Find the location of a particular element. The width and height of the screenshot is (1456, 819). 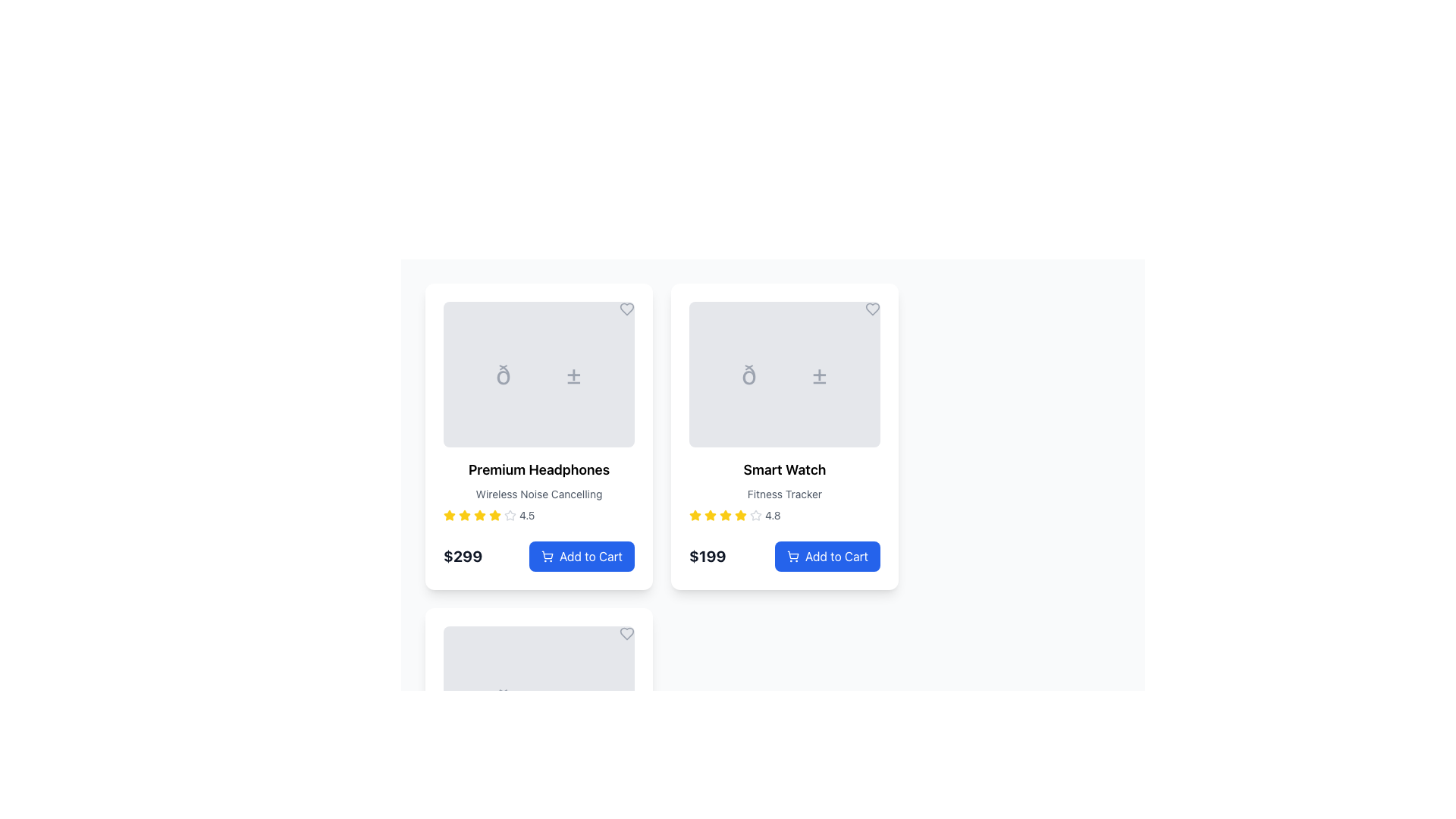

the yellow star icon, which is the third star in the rating section below the product title 'Premium Headphones' is located at coordinates (464, 514).